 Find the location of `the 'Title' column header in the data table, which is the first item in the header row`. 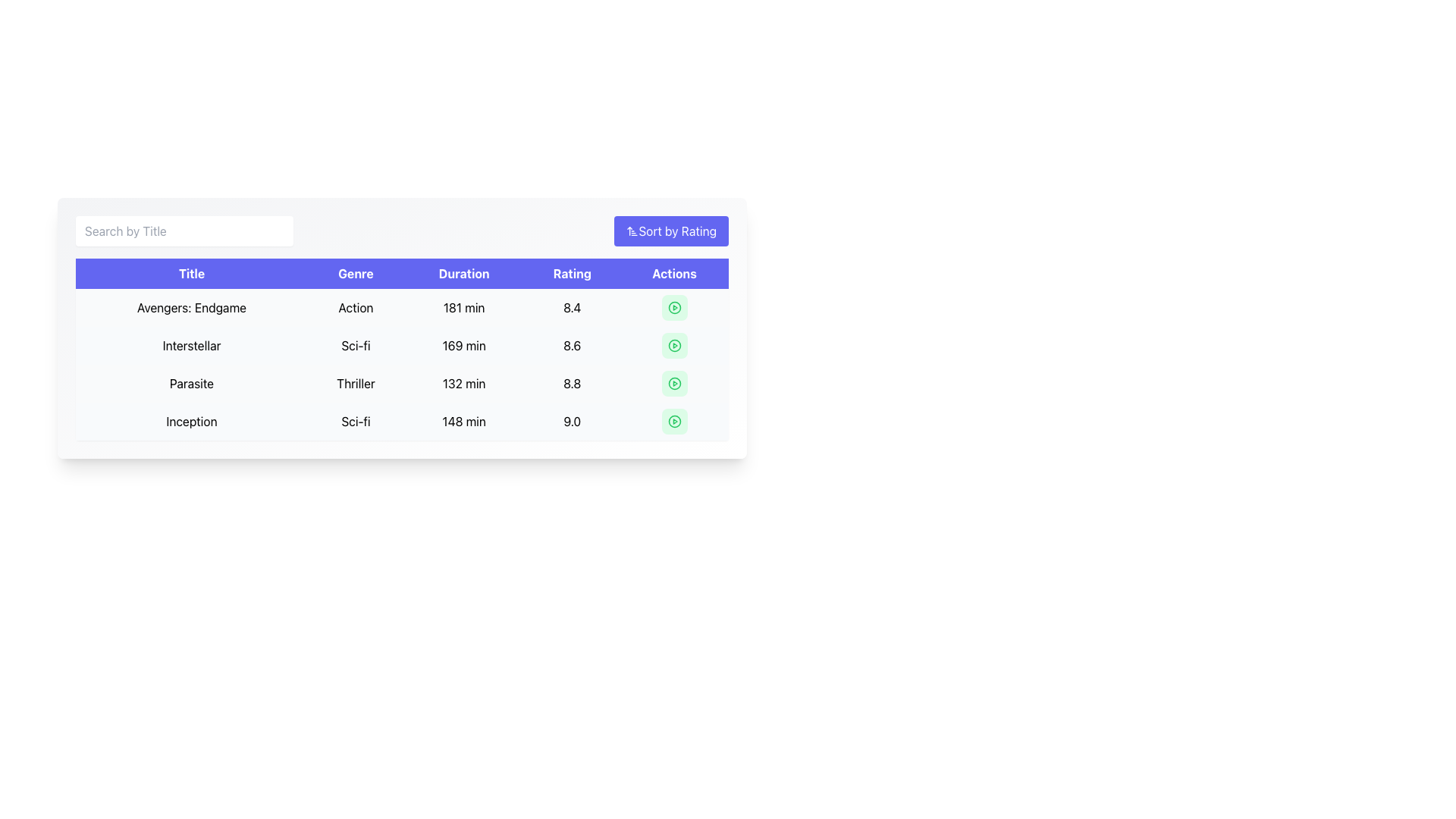

the 'Title' column header in the data table, which is the first item in the header row is located at coordinates (191, 274).